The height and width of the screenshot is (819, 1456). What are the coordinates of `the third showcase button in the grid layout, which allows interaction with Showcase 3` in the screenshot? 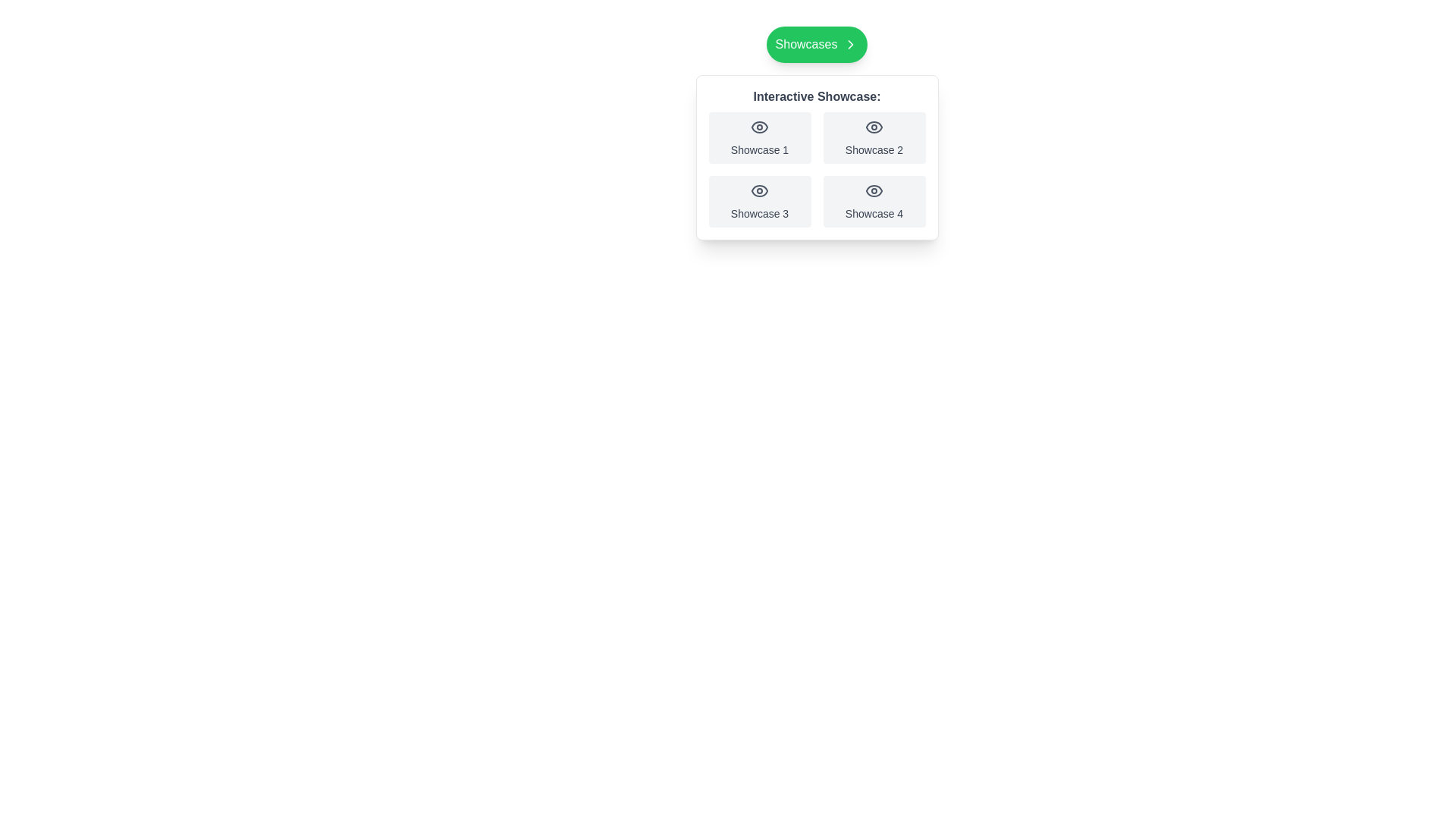 It's located at (760, 201).